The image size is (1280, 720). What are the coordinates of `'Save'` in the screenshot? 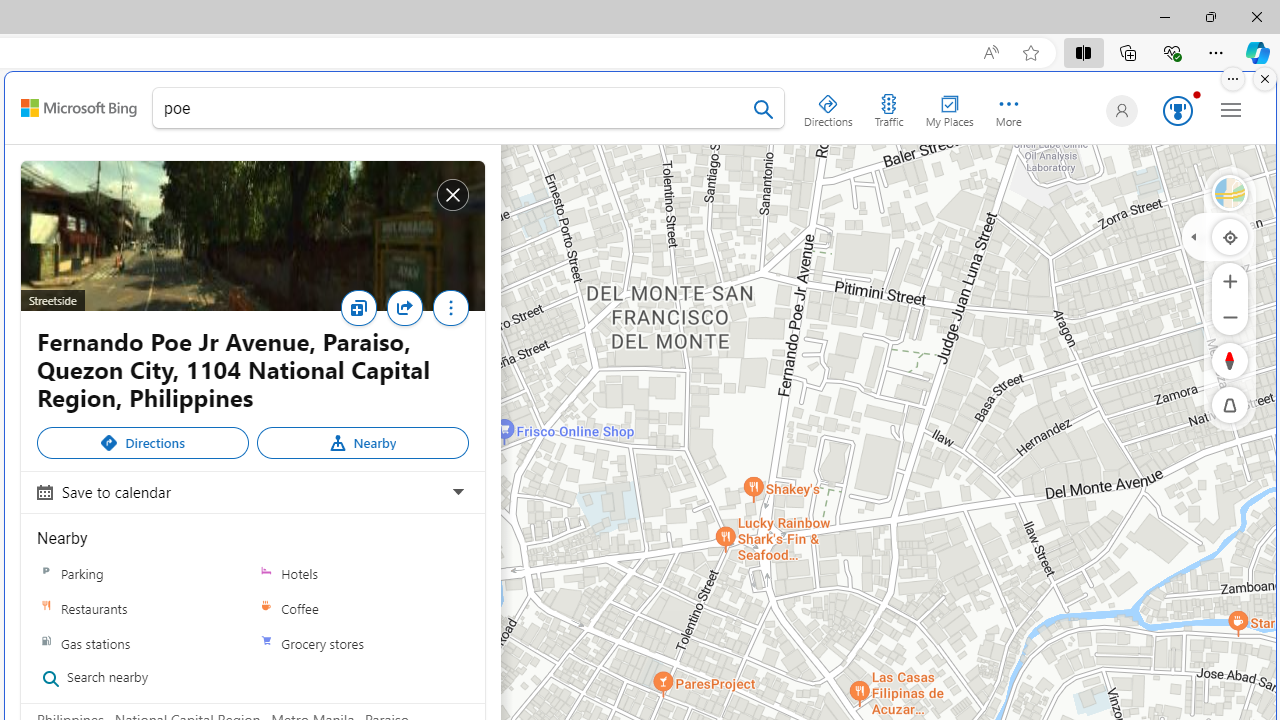 It's located at (359, 308).